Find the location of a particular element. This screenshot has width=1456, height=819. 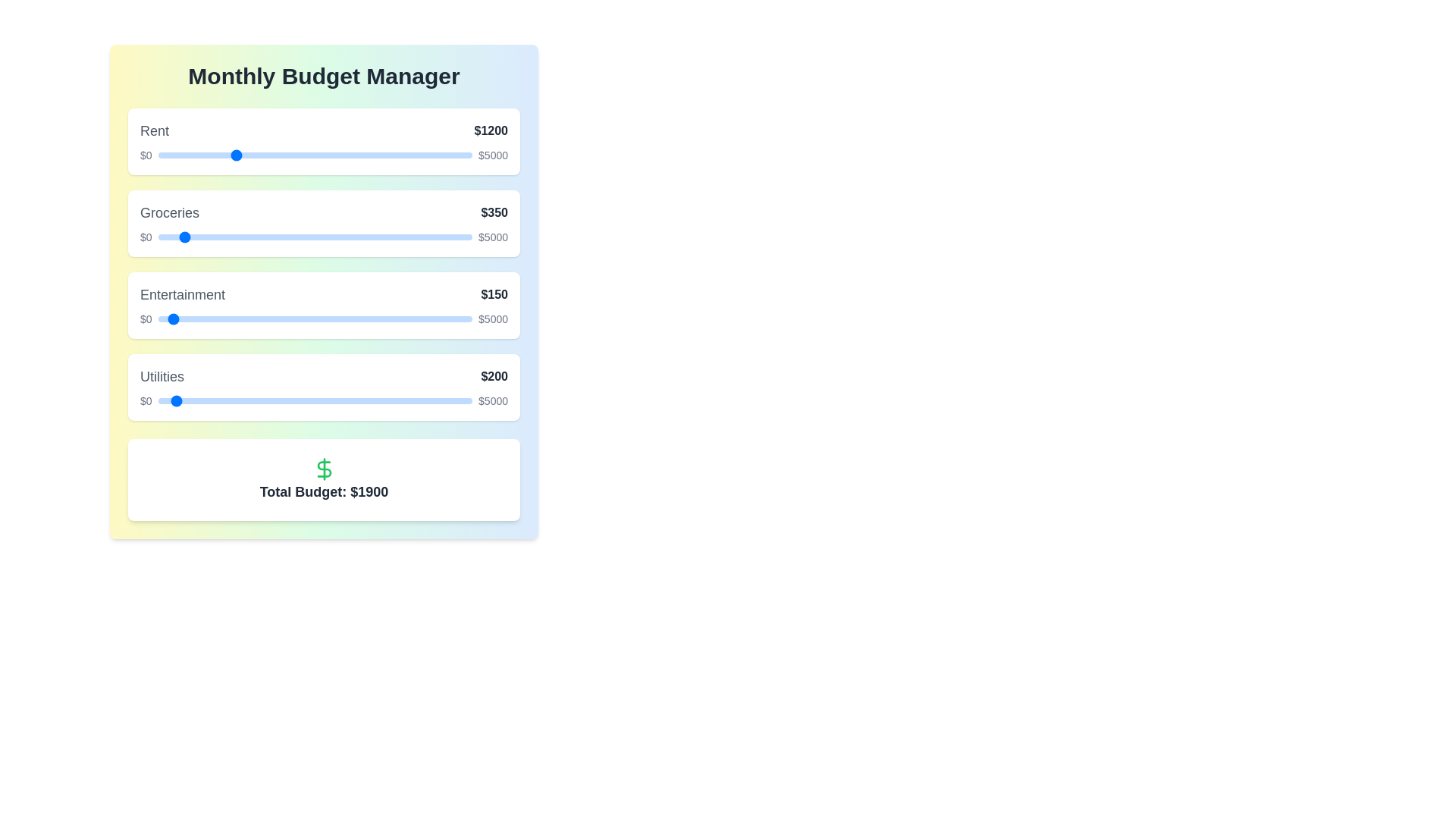

groceries budget is located at coordinates (454, 237).